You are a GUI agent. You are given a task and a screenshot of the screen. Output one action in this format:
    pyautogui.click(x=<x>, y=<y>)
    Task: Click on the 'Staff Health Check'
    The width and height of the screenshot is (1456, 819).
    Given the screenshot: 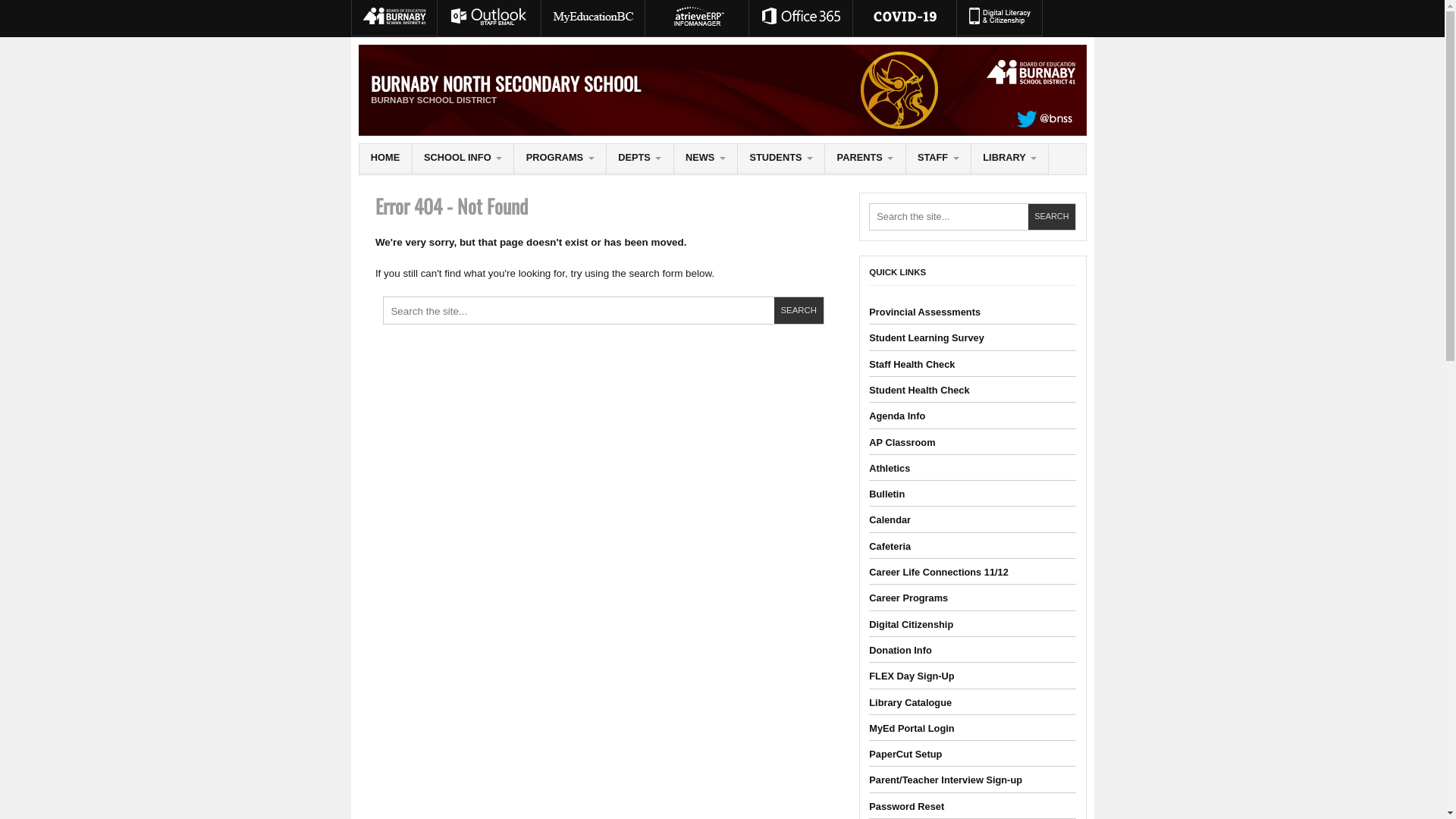 What is the action you would take?
    pyautogui.click(x=911, y=364)
    